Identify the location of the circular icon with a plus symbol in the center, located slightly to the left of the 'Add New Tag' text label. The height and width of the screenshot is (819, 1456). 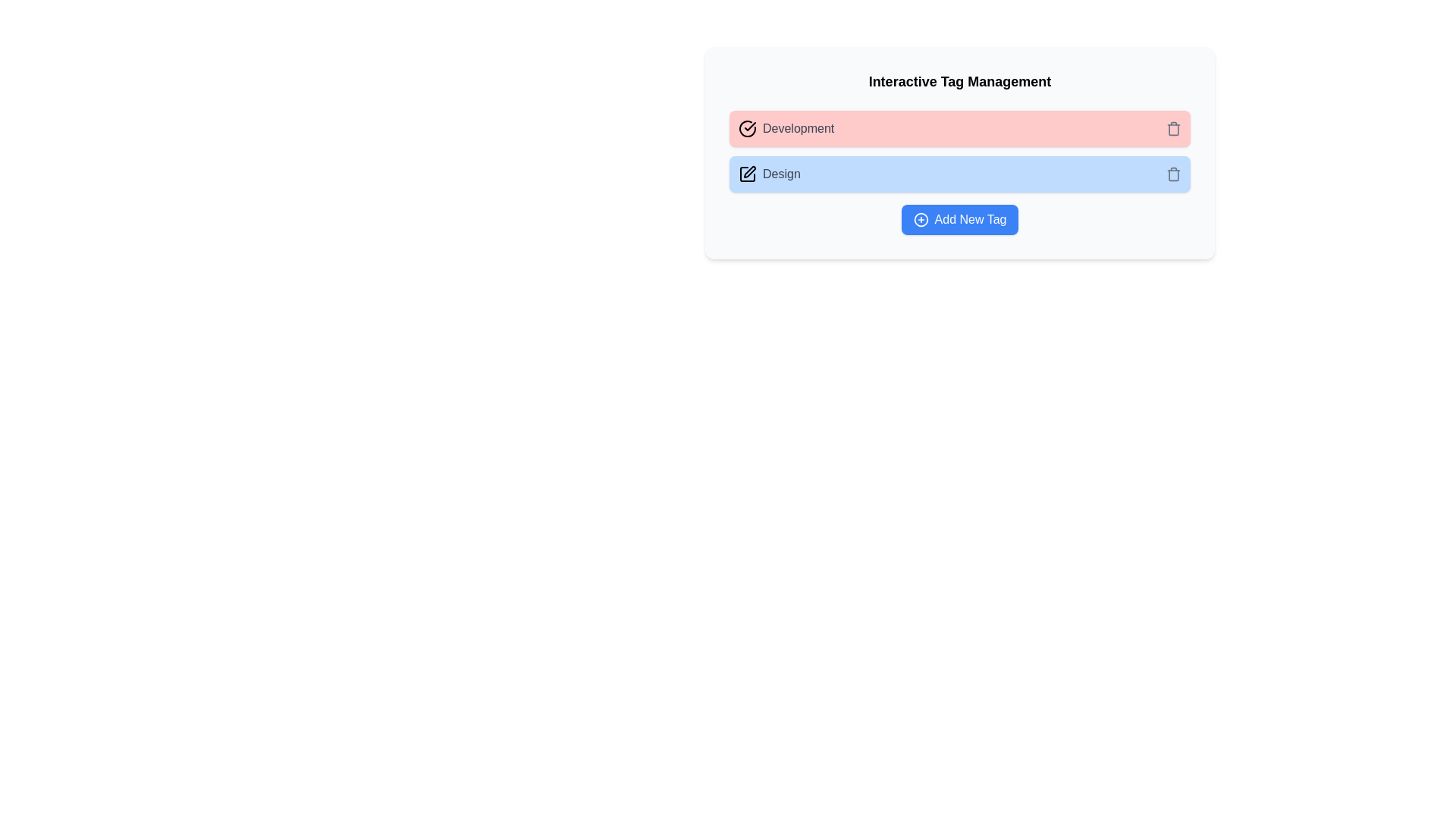
(920, 219).